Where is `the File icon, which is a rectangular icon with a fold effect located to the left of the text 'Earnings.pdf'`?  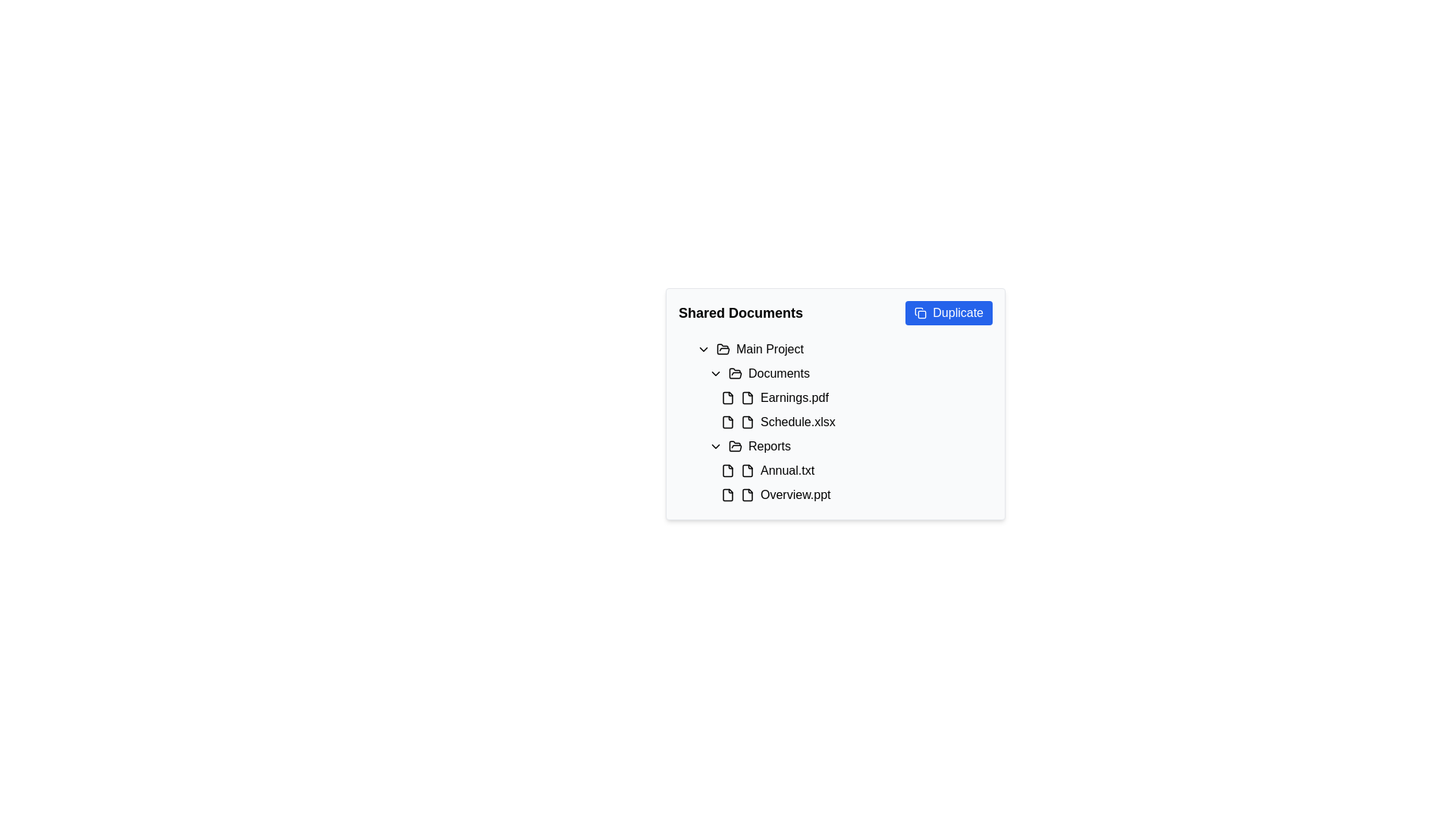
the File icon, which is a rectangular icon with a fold effect located to the left of the text 'Earnings.pdf' is located at coordinates (747, 397).